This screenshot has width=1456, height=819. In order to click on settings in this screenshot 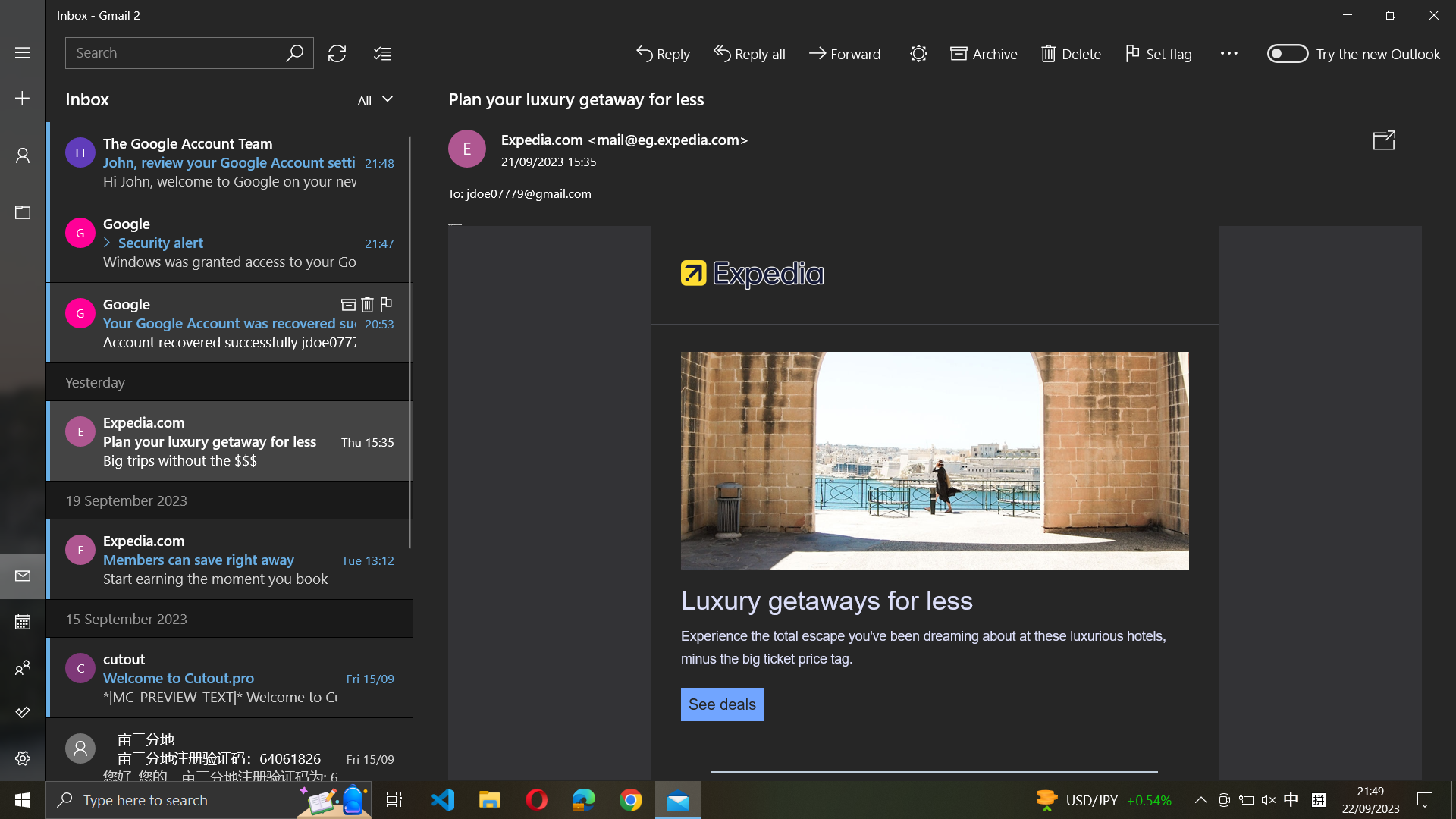, I will do `click(22, 760)`.